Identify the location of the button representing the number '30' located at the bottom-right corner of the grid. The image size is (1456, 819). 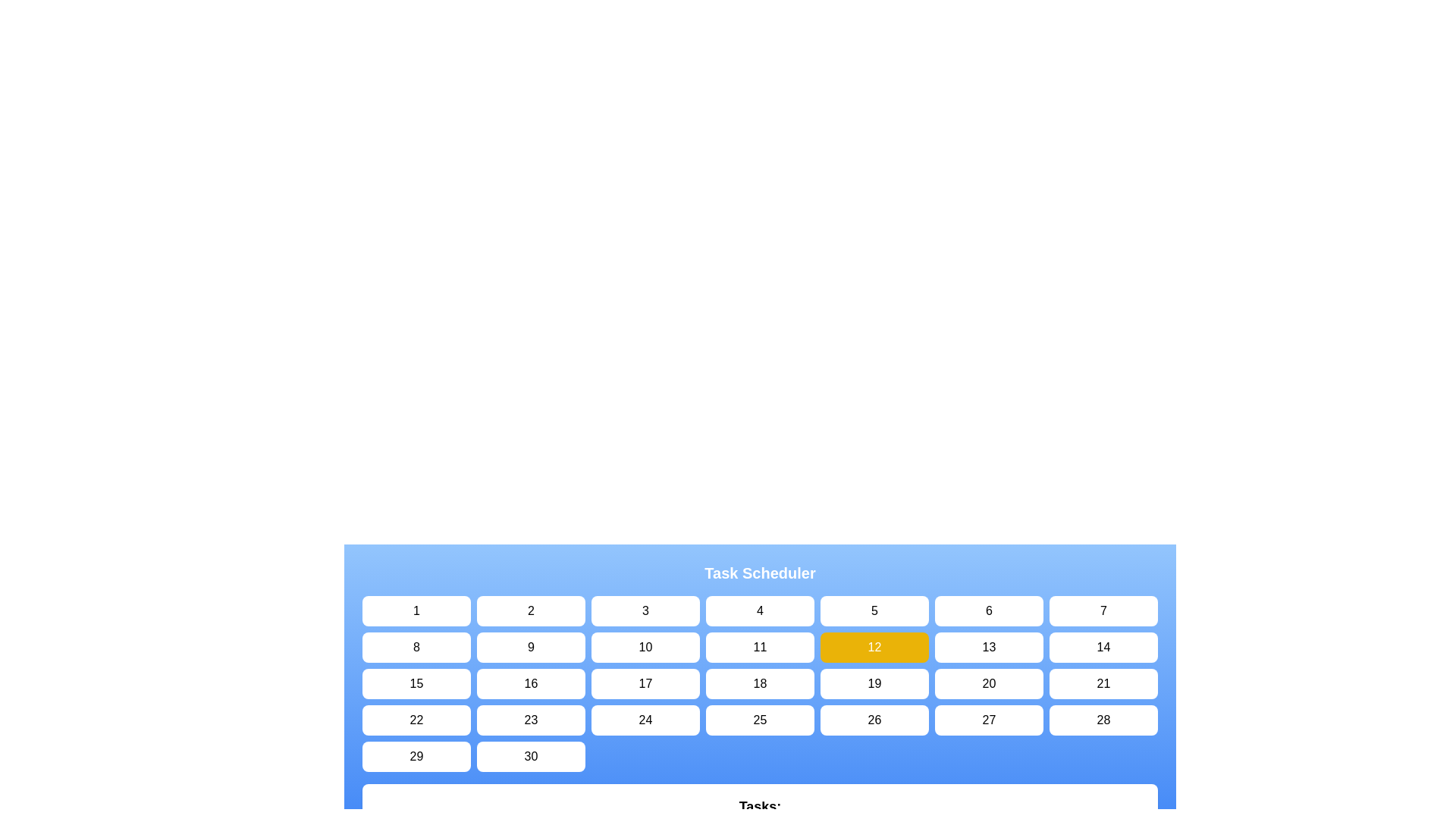
(531, 757).